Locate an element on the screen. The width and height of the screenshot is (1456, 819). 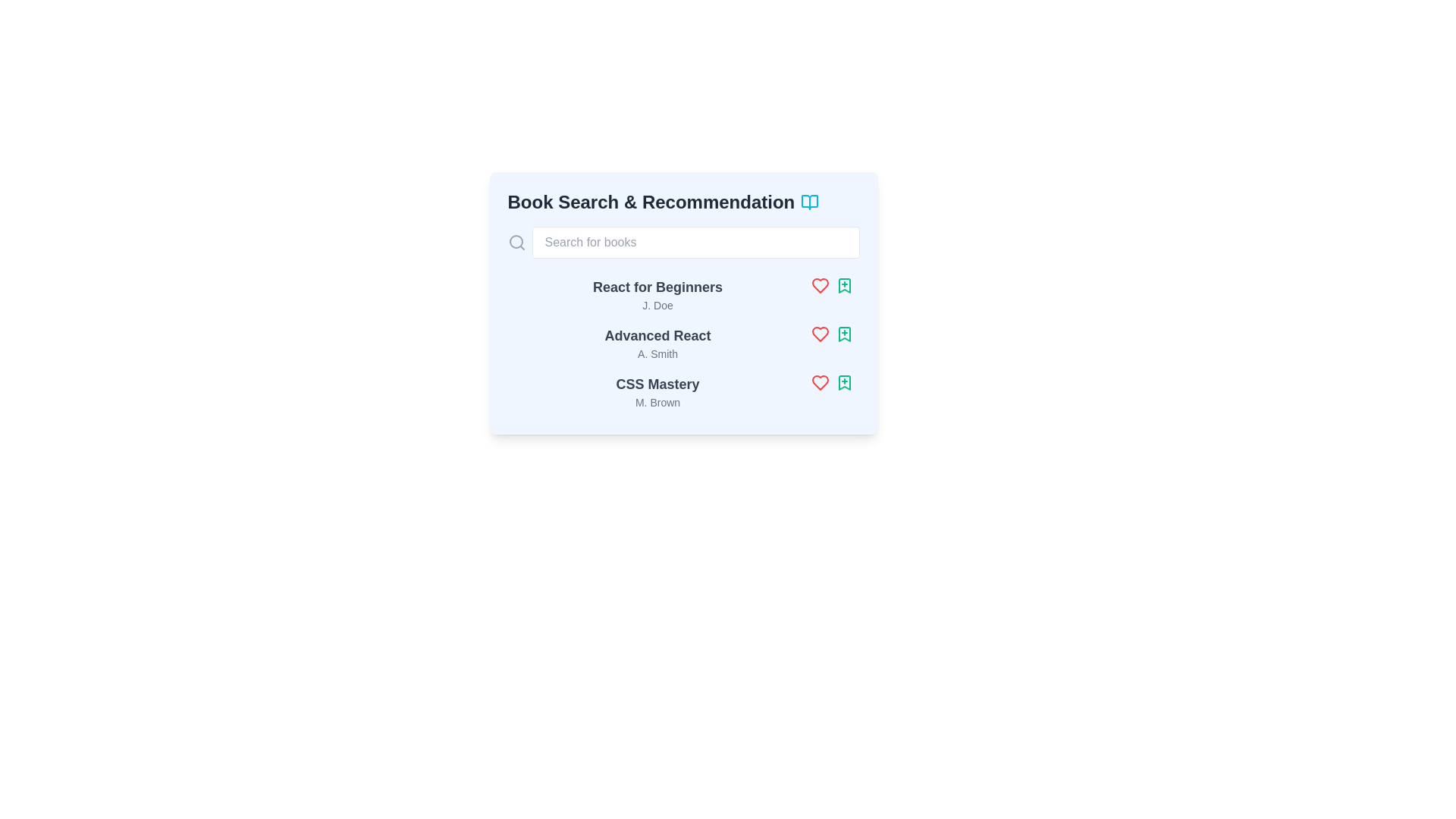
the second interactive icon (green bookmark) in the vertical list next to the 'React for Beginners' book entry is located at coordinates (843, 286).